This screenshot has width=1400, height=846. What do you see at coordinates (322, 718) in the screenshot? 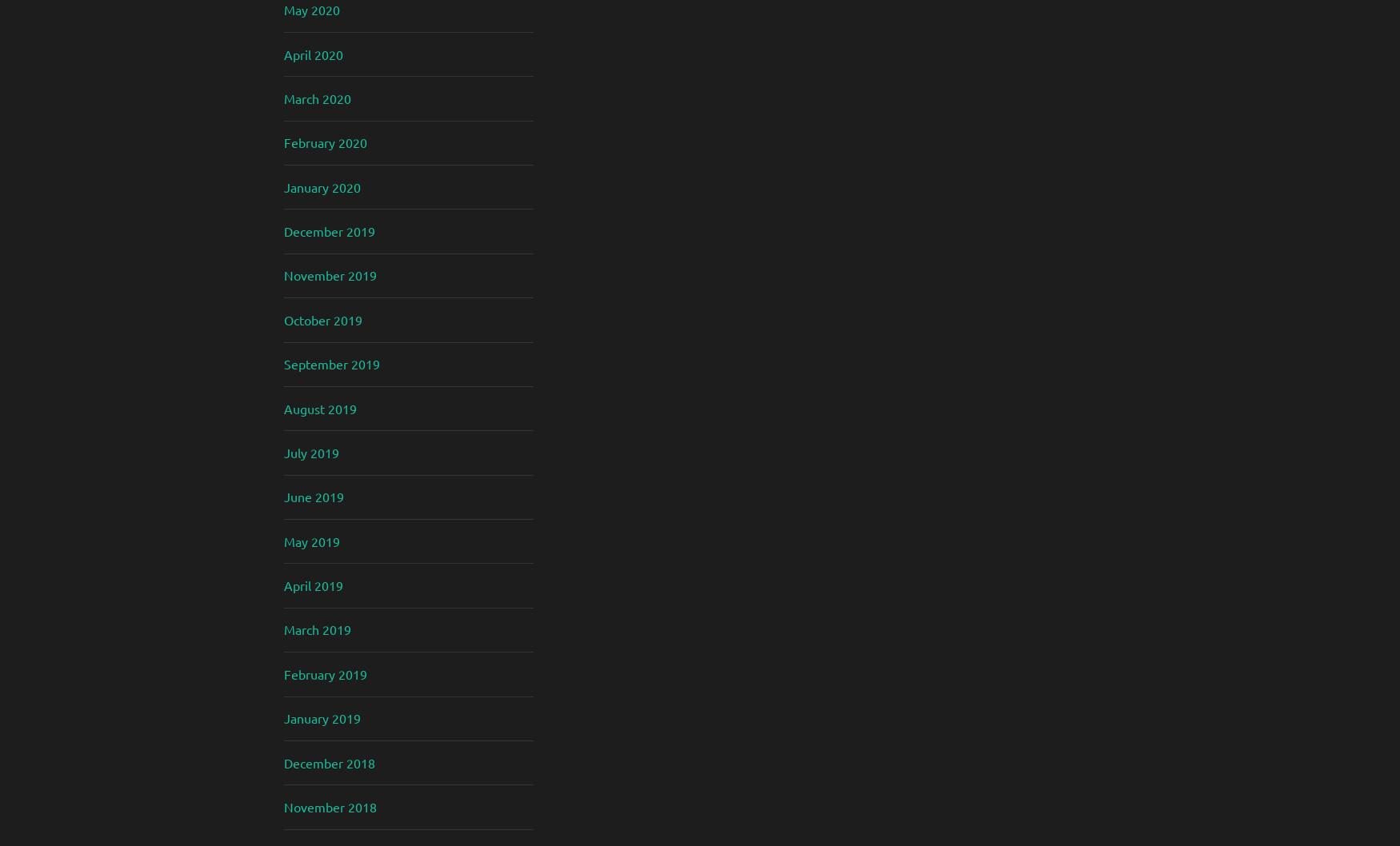
I see `'January 2019'` at bounding box center [322, 718].